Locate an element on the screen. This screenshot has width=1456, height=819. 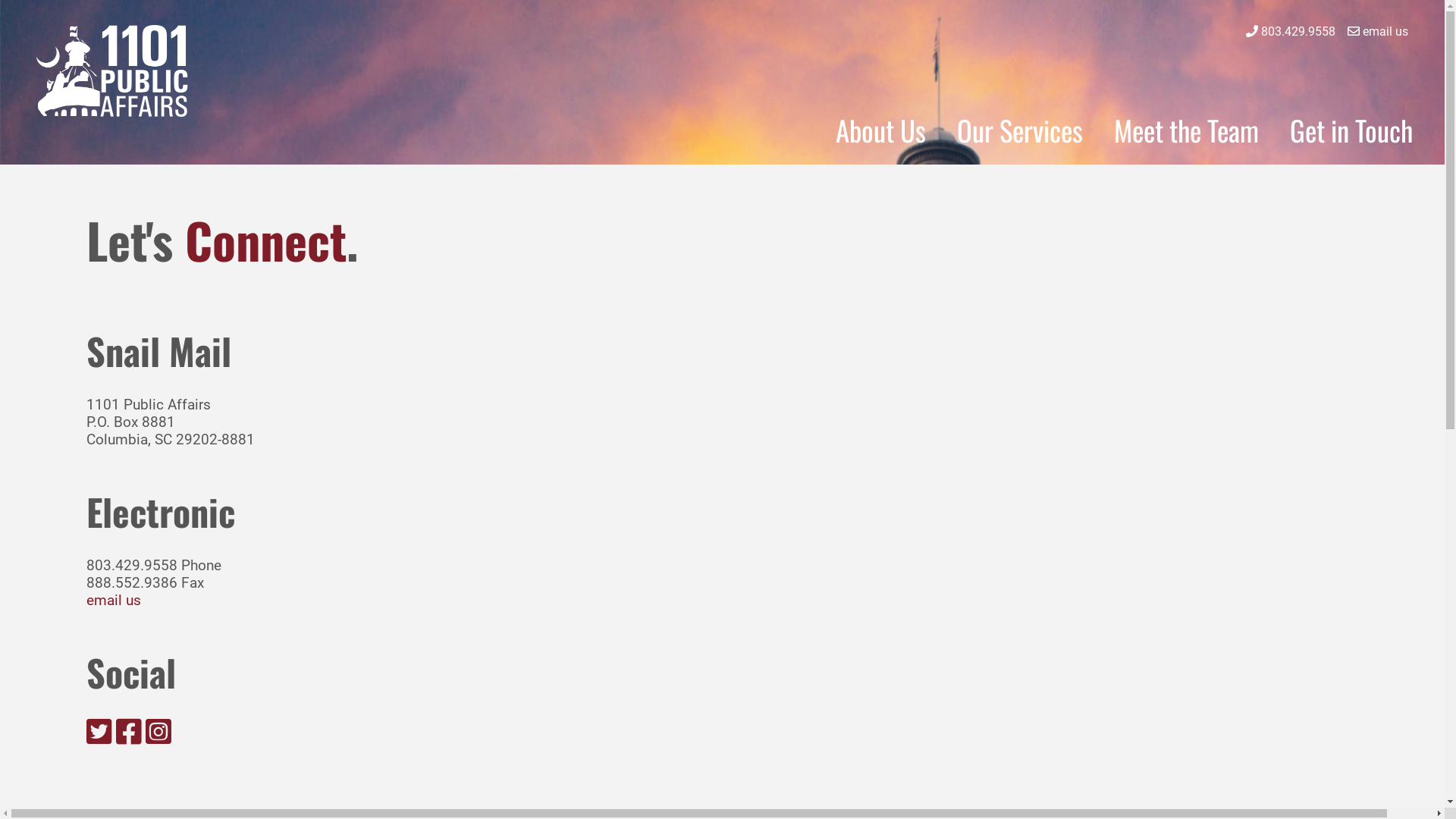
'email us' is located at coordinates (1362, 31).